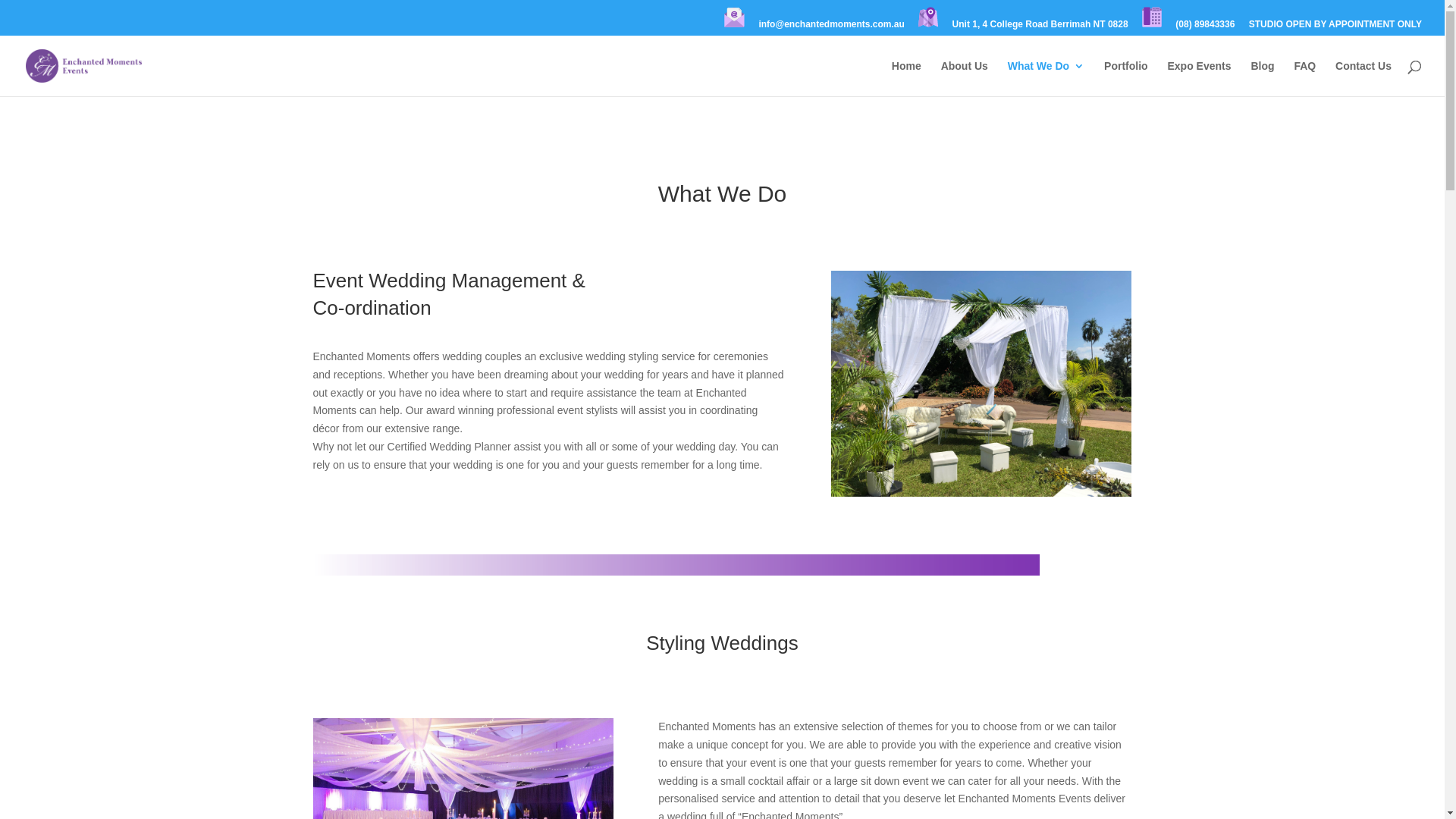 Image resolution: width=1456 pixels, height=819 pixels. I want to click on 'Blog', so click(1250, 78).